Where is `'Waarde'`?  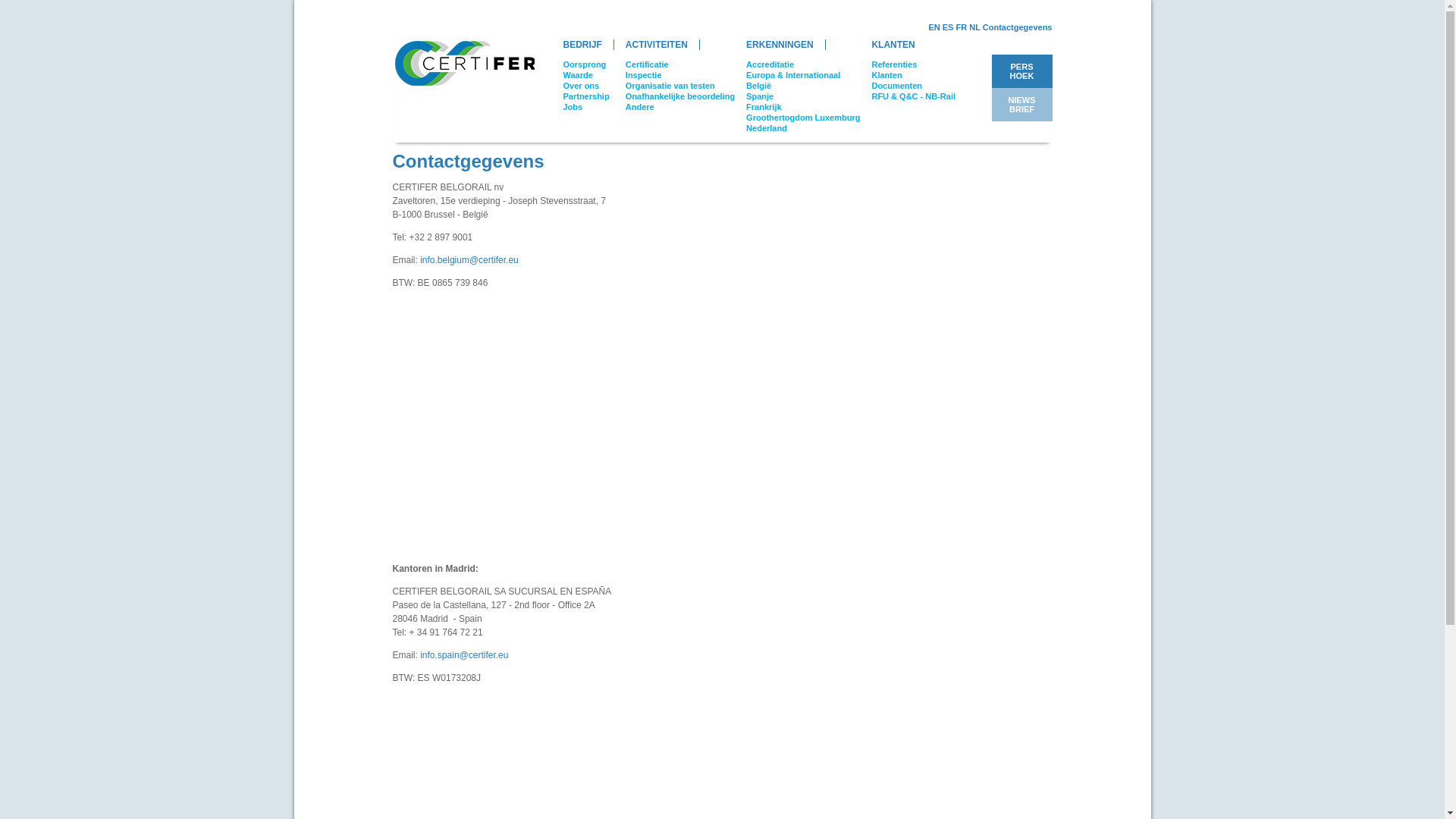 'Waarde' is located at coordinates (576, 75).